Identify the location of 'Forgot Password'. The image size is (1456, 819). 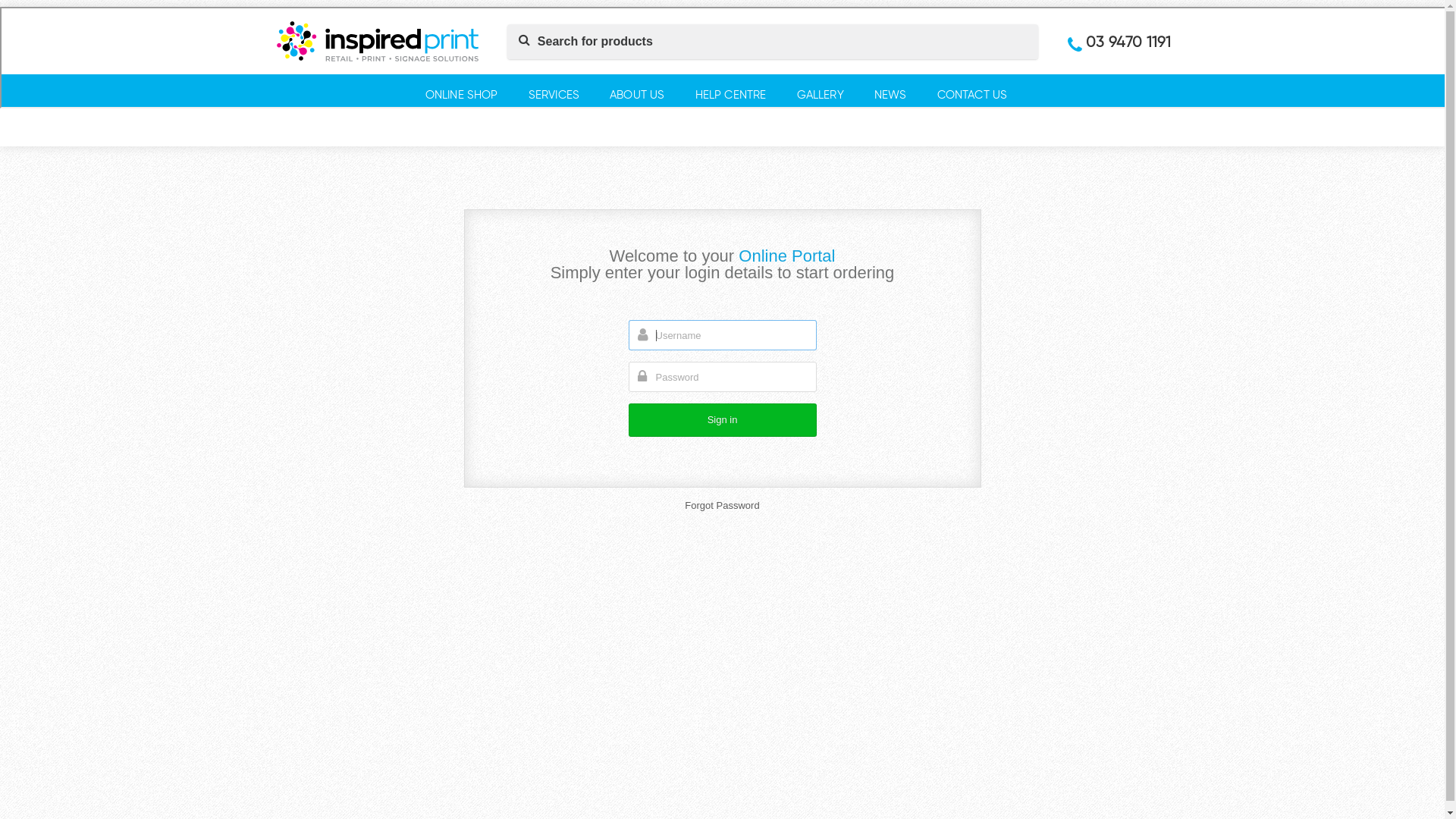
(720, 505).